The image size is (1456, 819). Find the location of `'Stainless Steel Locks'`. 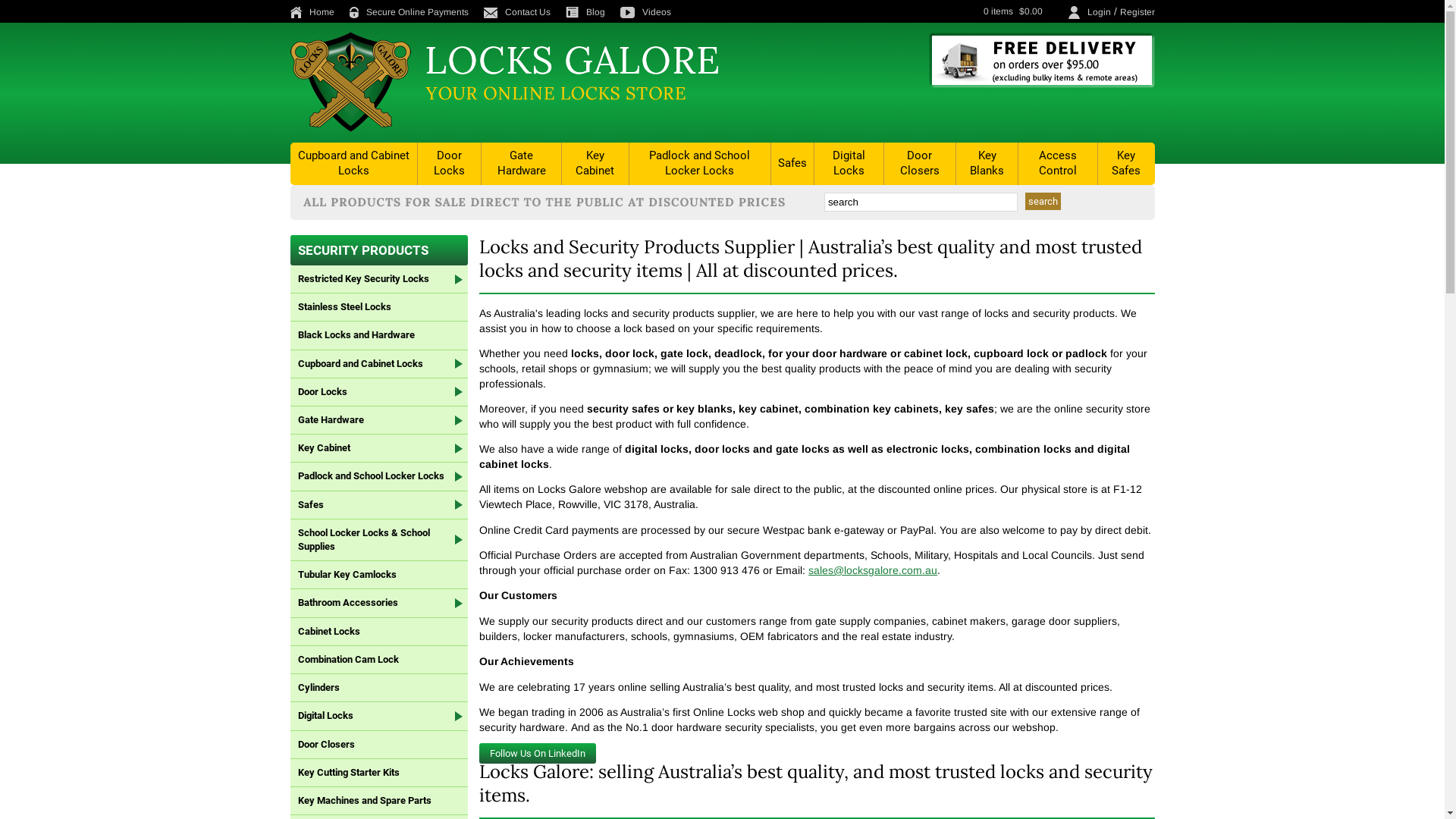

'Stainless Steel Locks' is located at coordinates (290, 307).